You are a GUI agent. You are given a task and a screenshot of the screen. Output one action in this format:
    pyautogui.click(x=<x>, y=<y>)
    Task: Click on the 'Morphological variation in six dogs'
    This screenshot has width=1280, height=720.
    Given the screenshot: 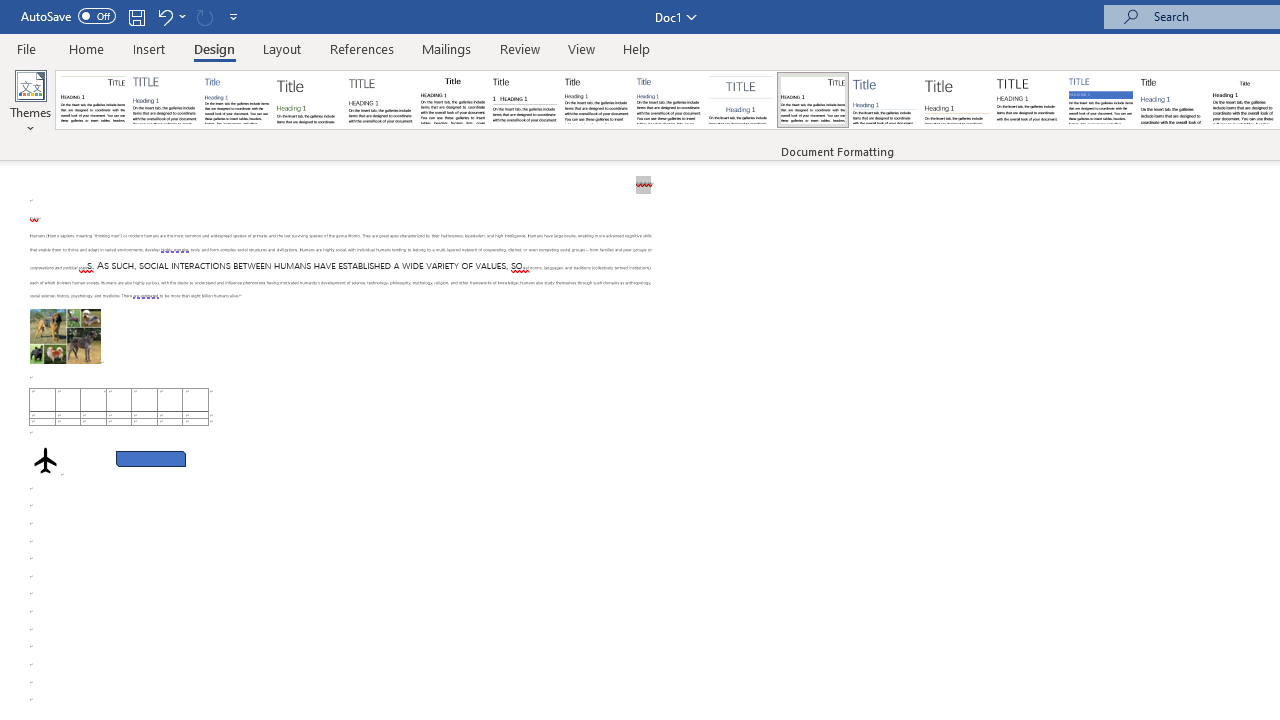 What is the action you would take?
    pyautogui.click(x=65, y=335)
    